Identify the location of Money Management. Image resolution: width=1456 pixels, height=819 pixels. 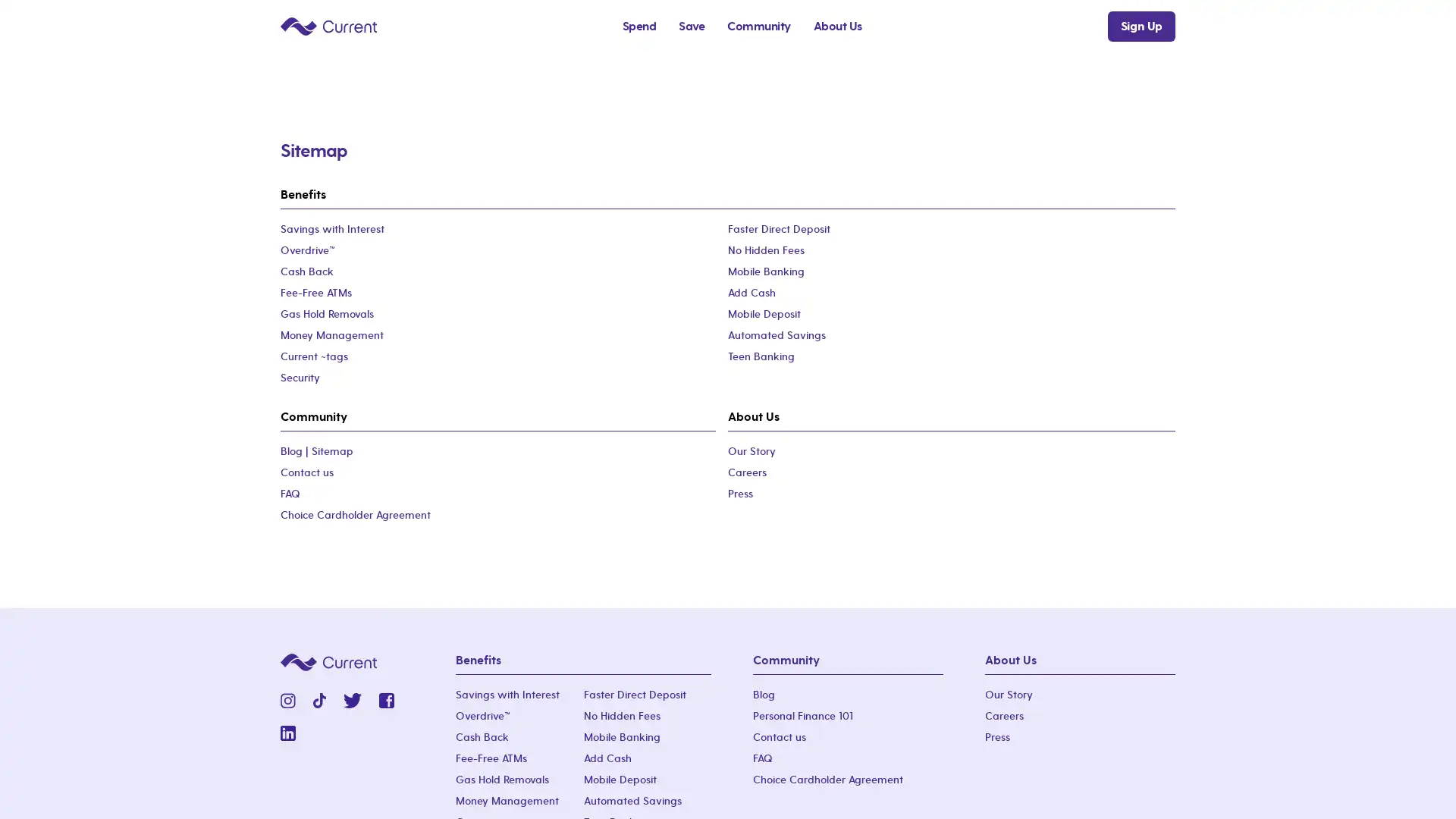
(507, 800).